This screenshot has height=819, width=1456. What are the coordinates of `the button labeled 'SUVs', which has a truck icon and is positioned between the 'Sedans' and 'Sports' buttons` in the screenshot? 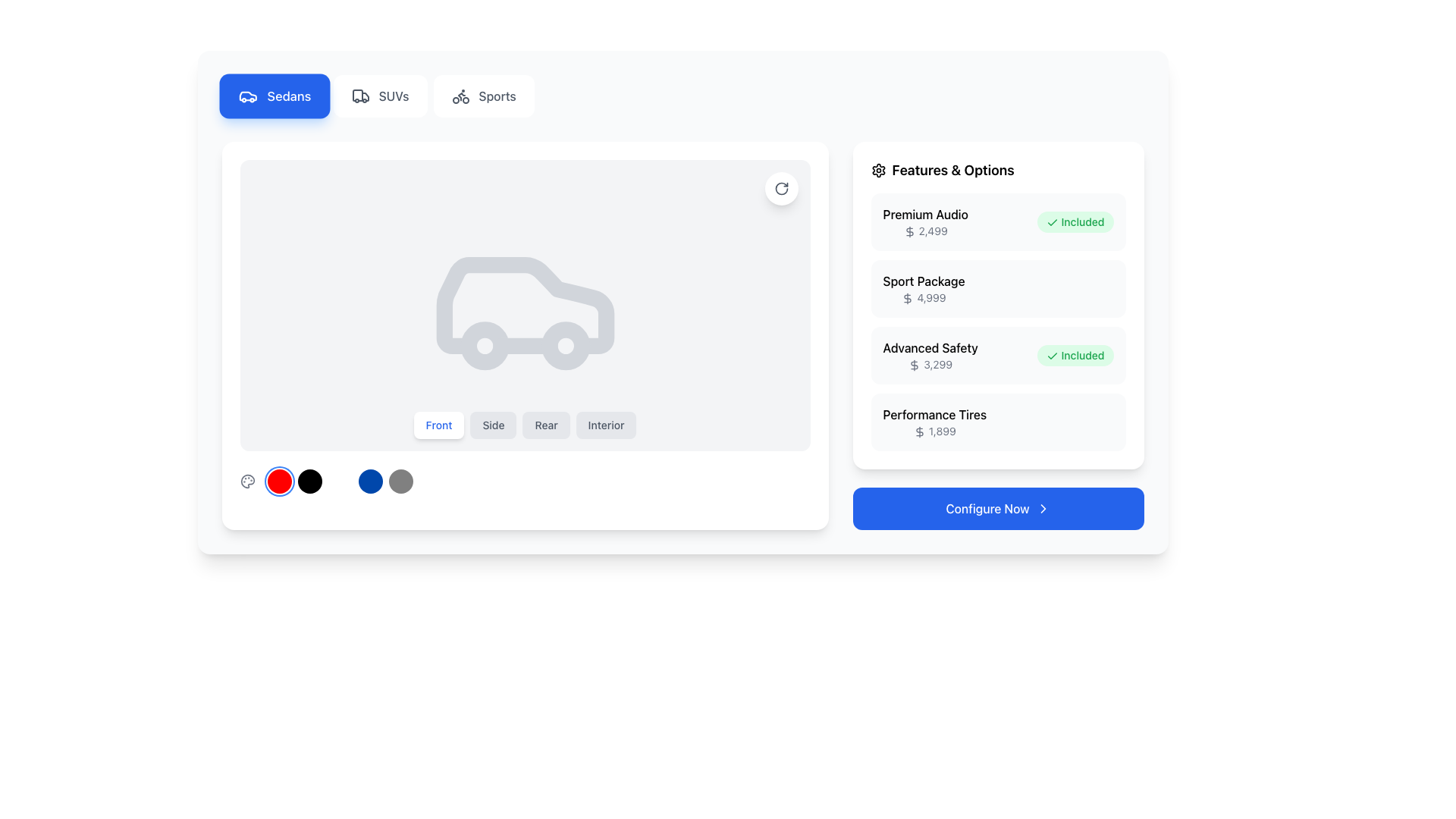 It's located at (380, 96).